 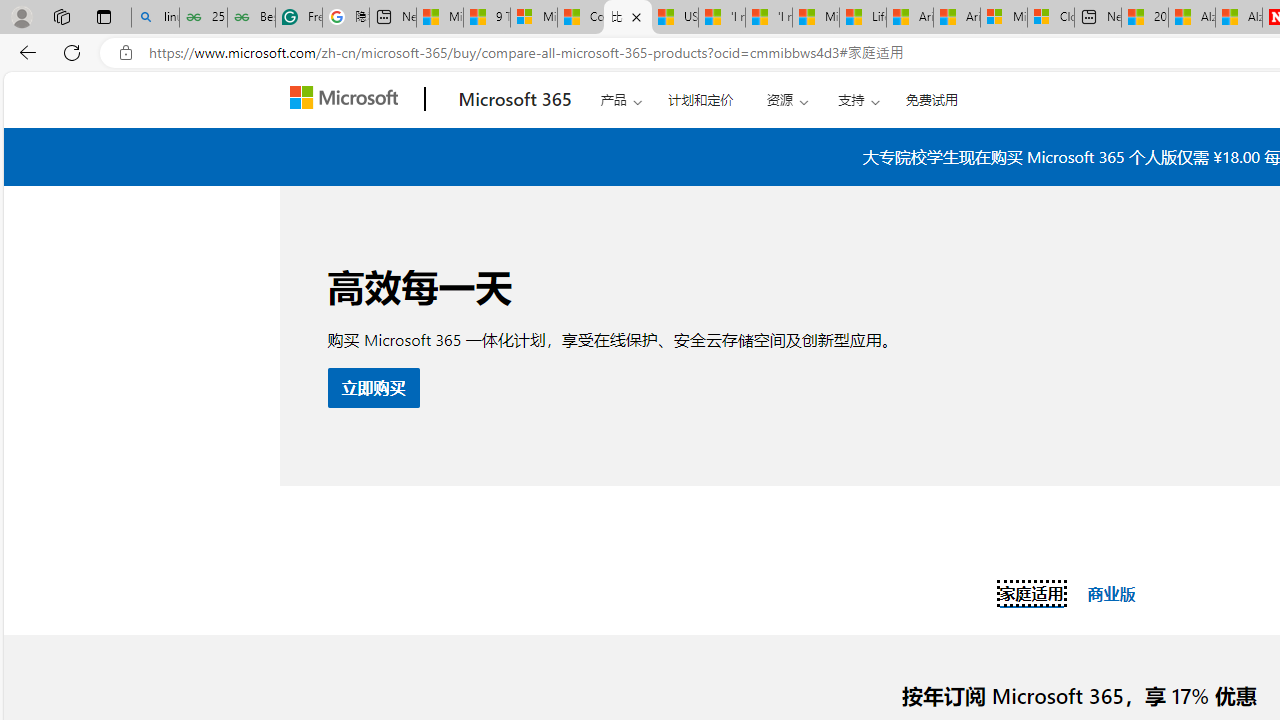 What do you see at coordinates (674, 17) in the screenshot?
I see `'USA TODAY - MSN'` at bounding box center [674, 17].